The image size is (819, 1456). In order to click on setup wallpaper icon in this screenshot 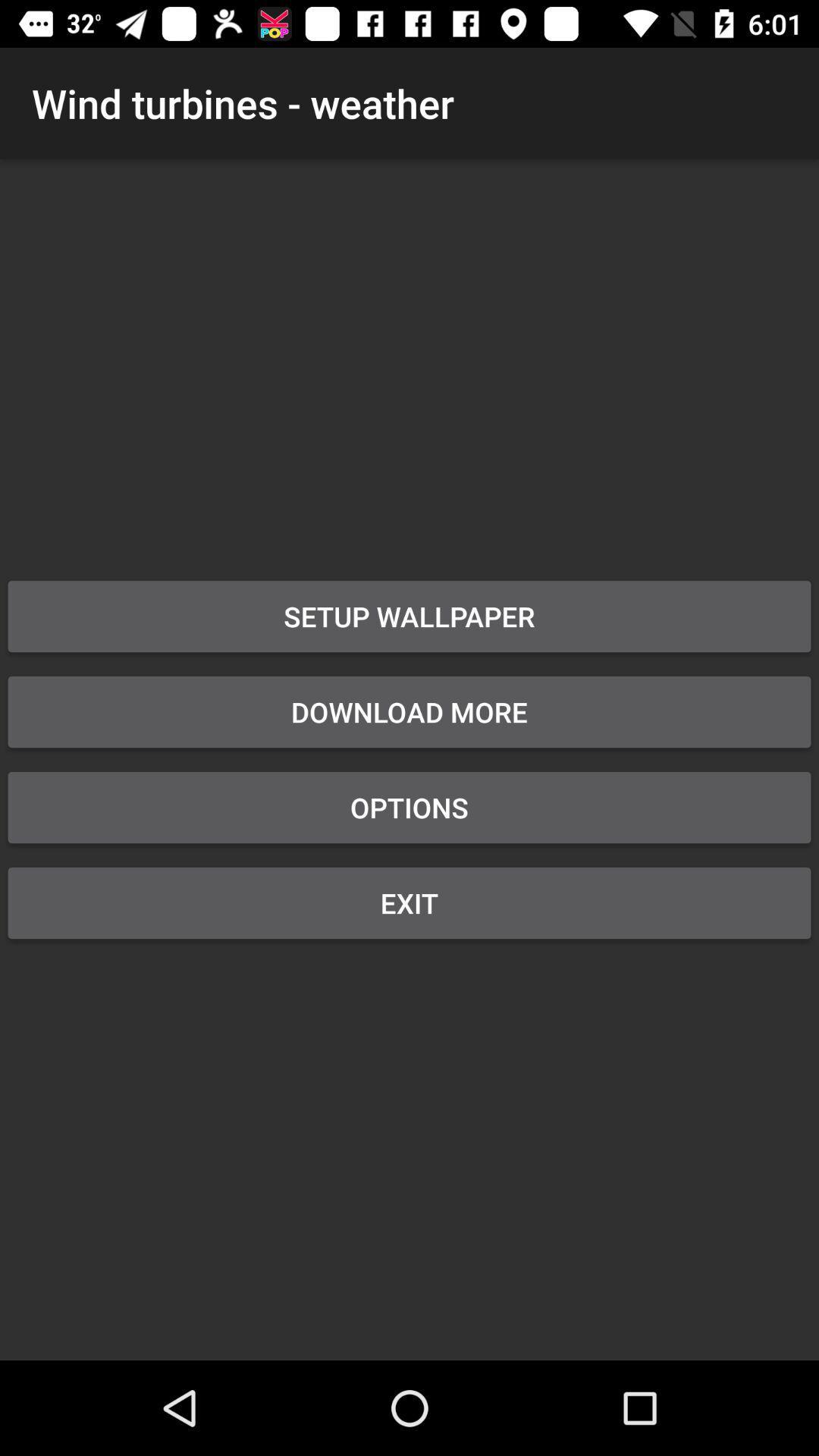, I will do `click(409, 616)`.